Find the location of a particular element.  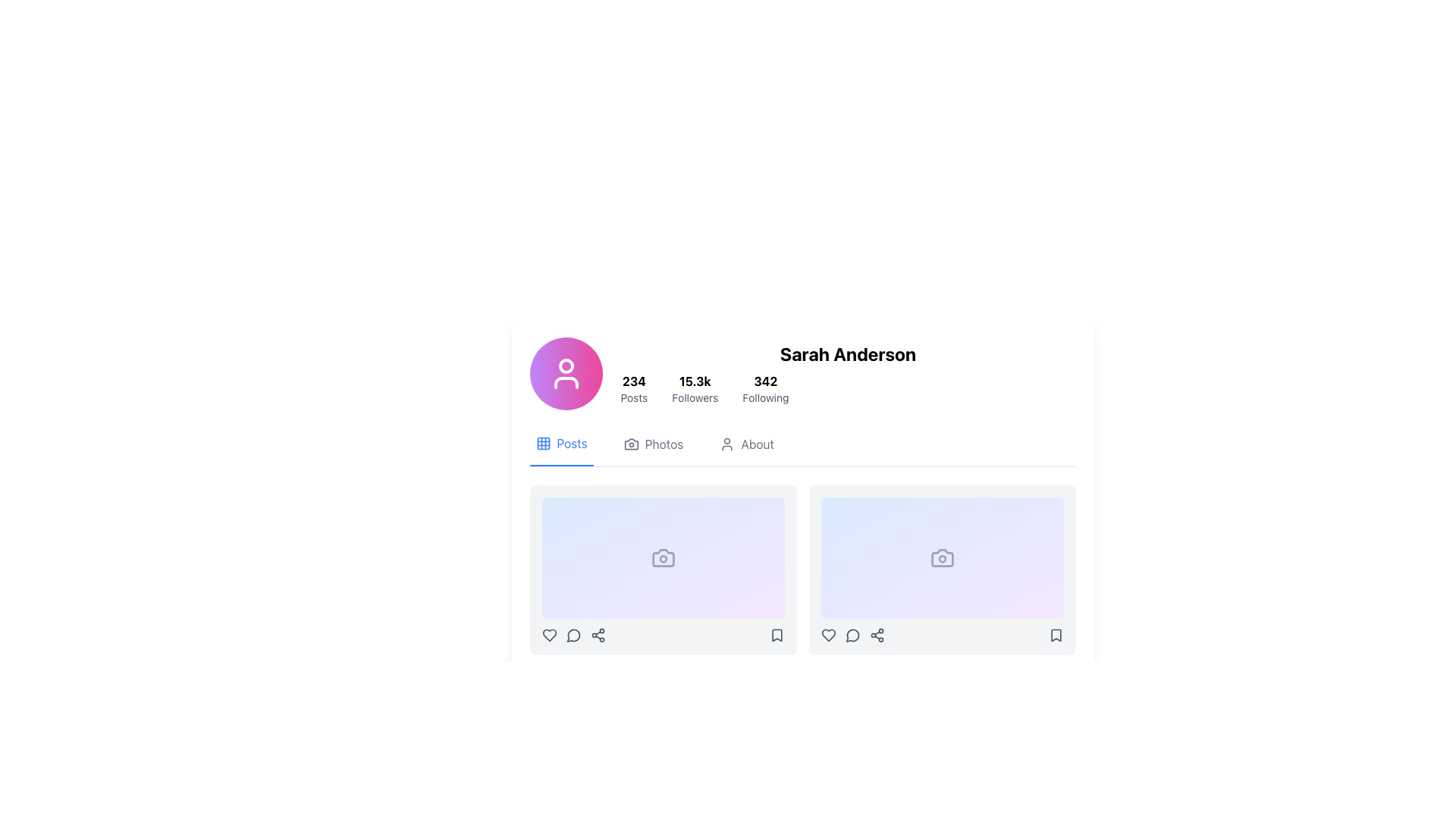

the comment icon in the bottom right of the content card is located at coordinates (852, 635).